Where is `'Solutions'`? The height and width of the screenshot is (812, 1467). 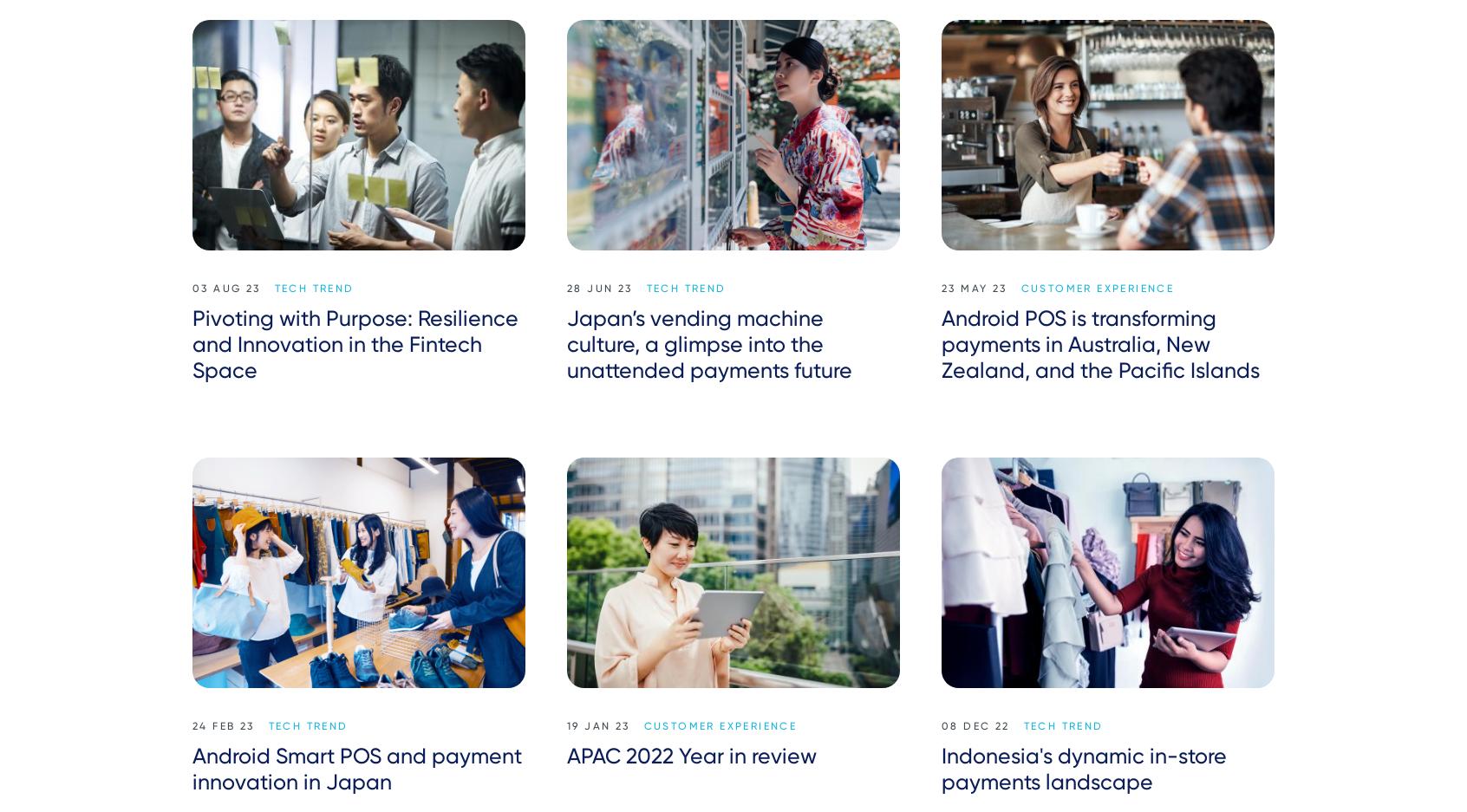
'Solutions' is located at coordinates (192, 607).